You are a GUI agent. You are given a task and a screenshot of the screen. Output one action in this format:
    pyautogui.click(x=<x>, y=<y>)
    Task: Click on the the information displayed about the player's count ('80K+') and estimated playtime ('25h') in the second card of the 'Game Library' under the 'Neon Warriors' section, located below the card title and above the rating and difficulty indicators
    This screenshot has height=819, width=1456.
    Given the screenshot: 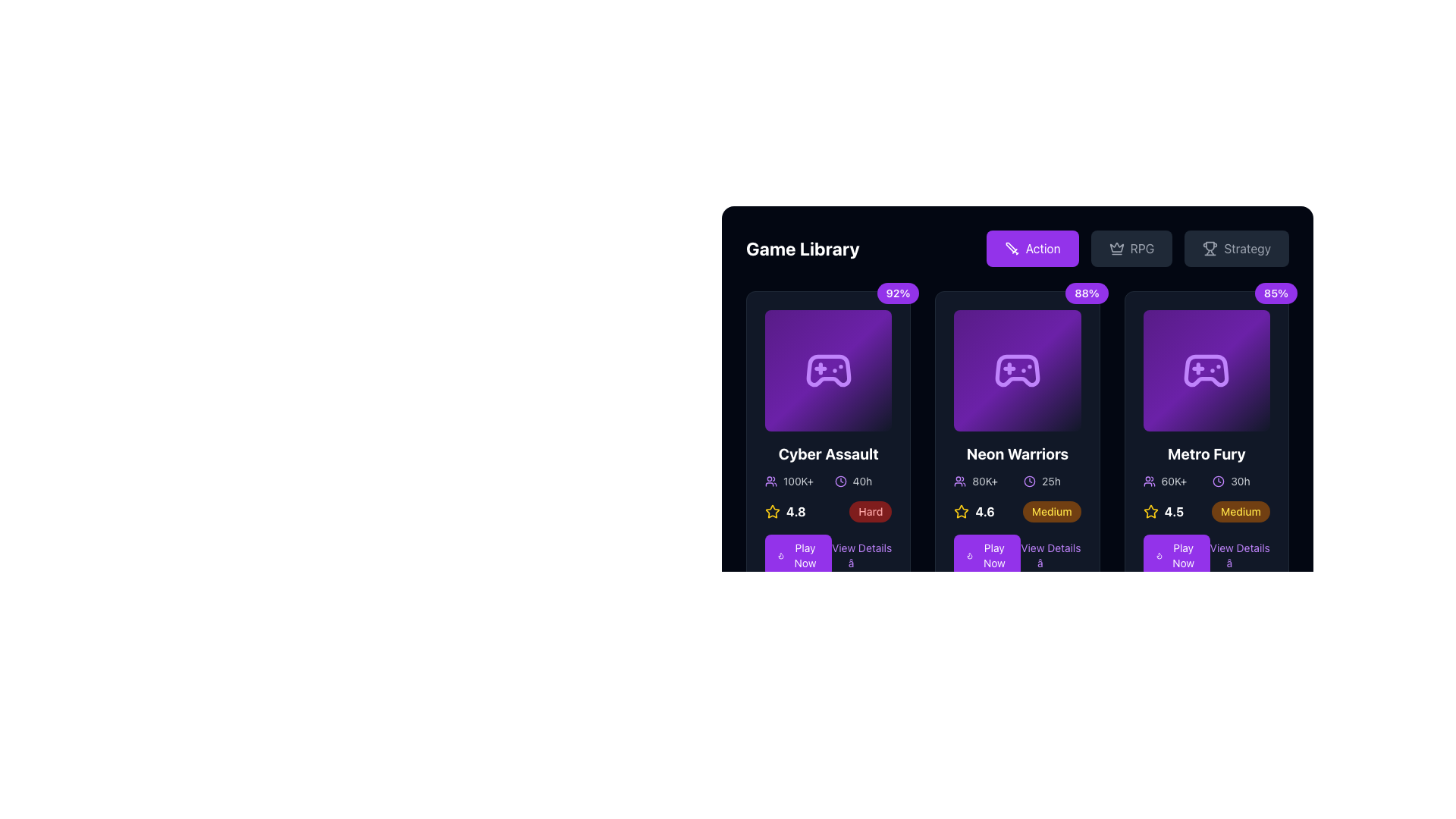 What is the action you would take?
    pyautogui.click(x=1018, y=482)
    